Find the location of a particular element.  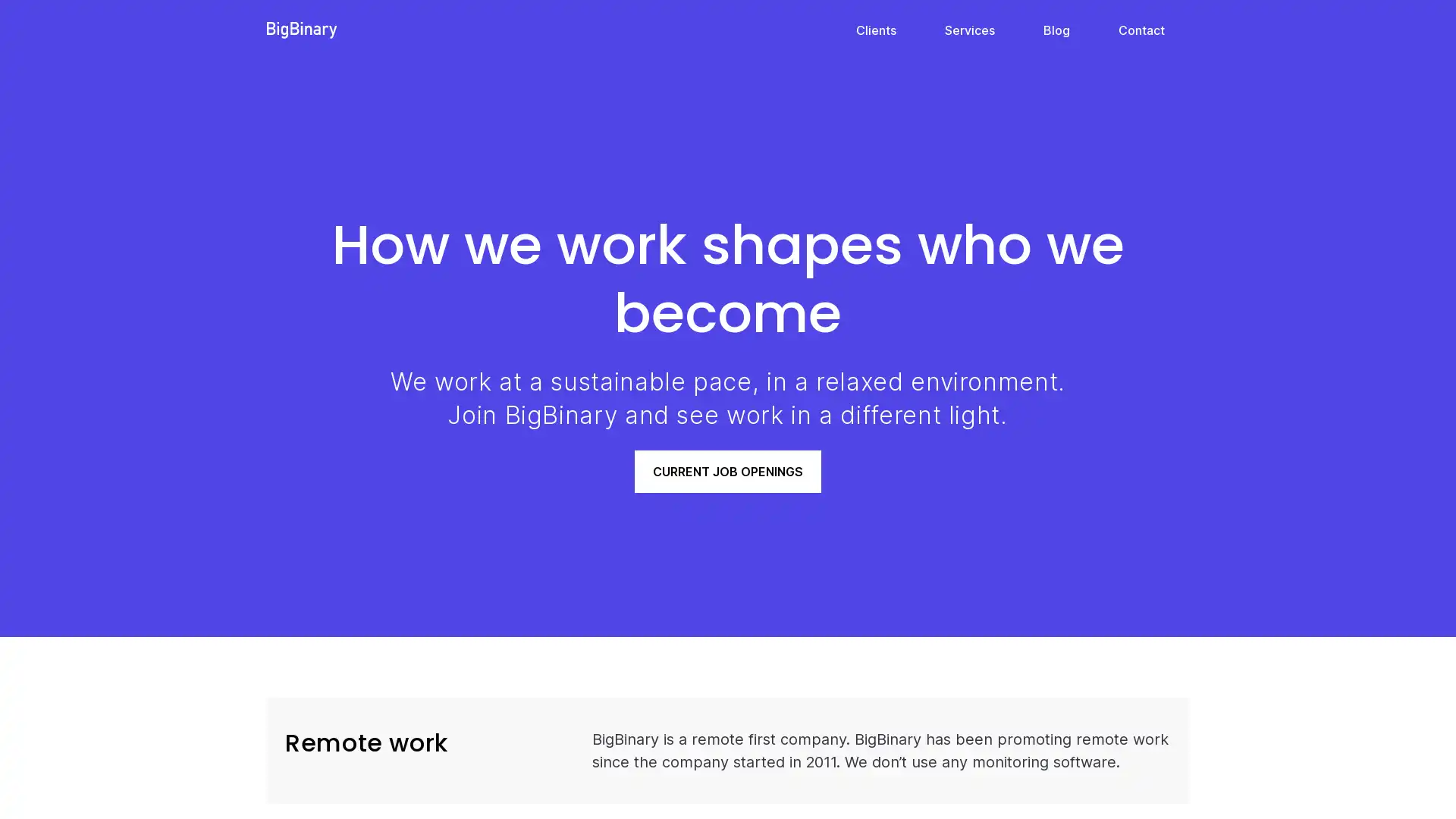

CURRENT JOB OPENINGS is located at coordinates (728, 470).